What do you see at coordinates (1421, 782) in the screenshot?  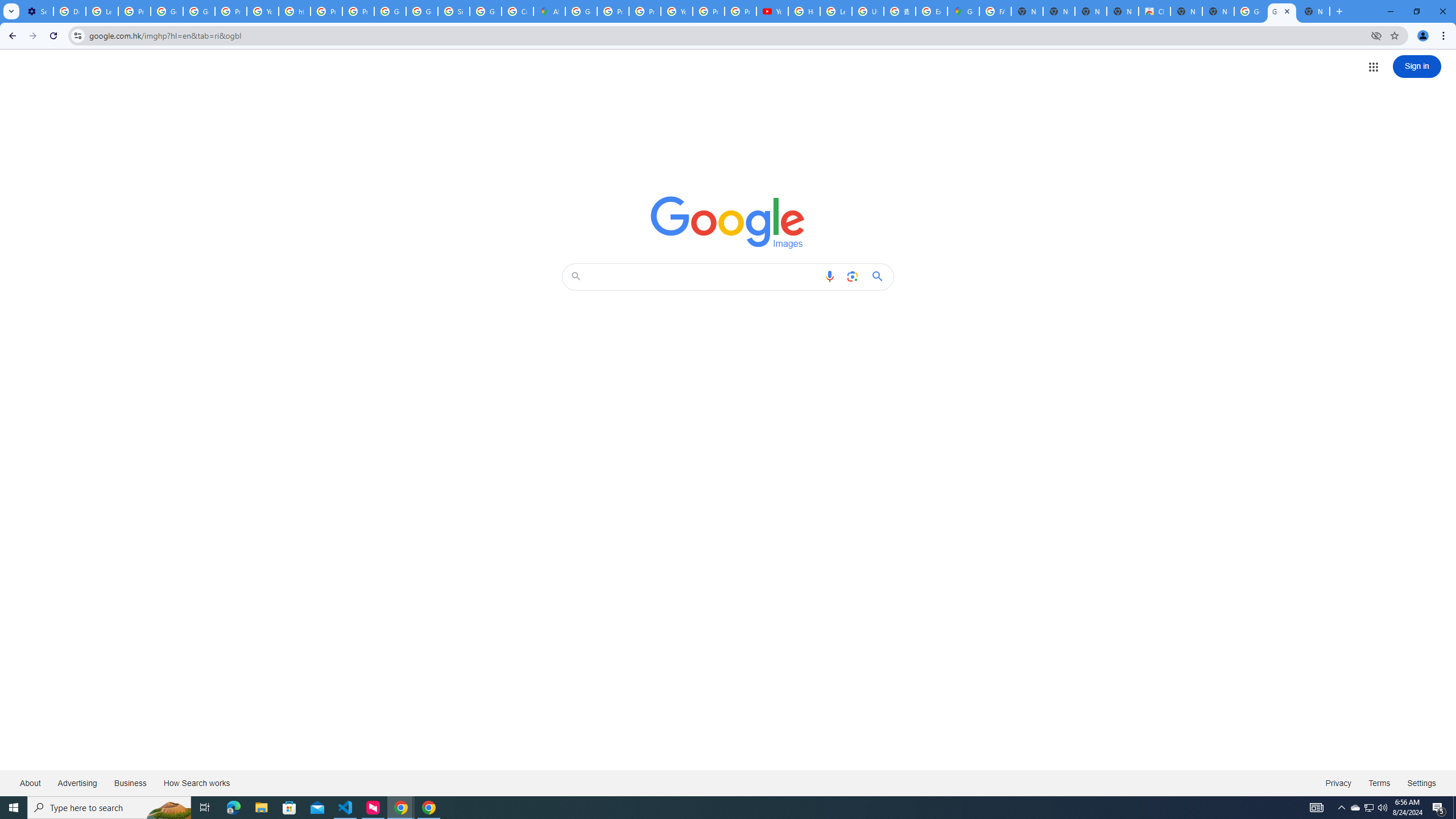 I see `'Settings'` at bounding box center [1421, 782].